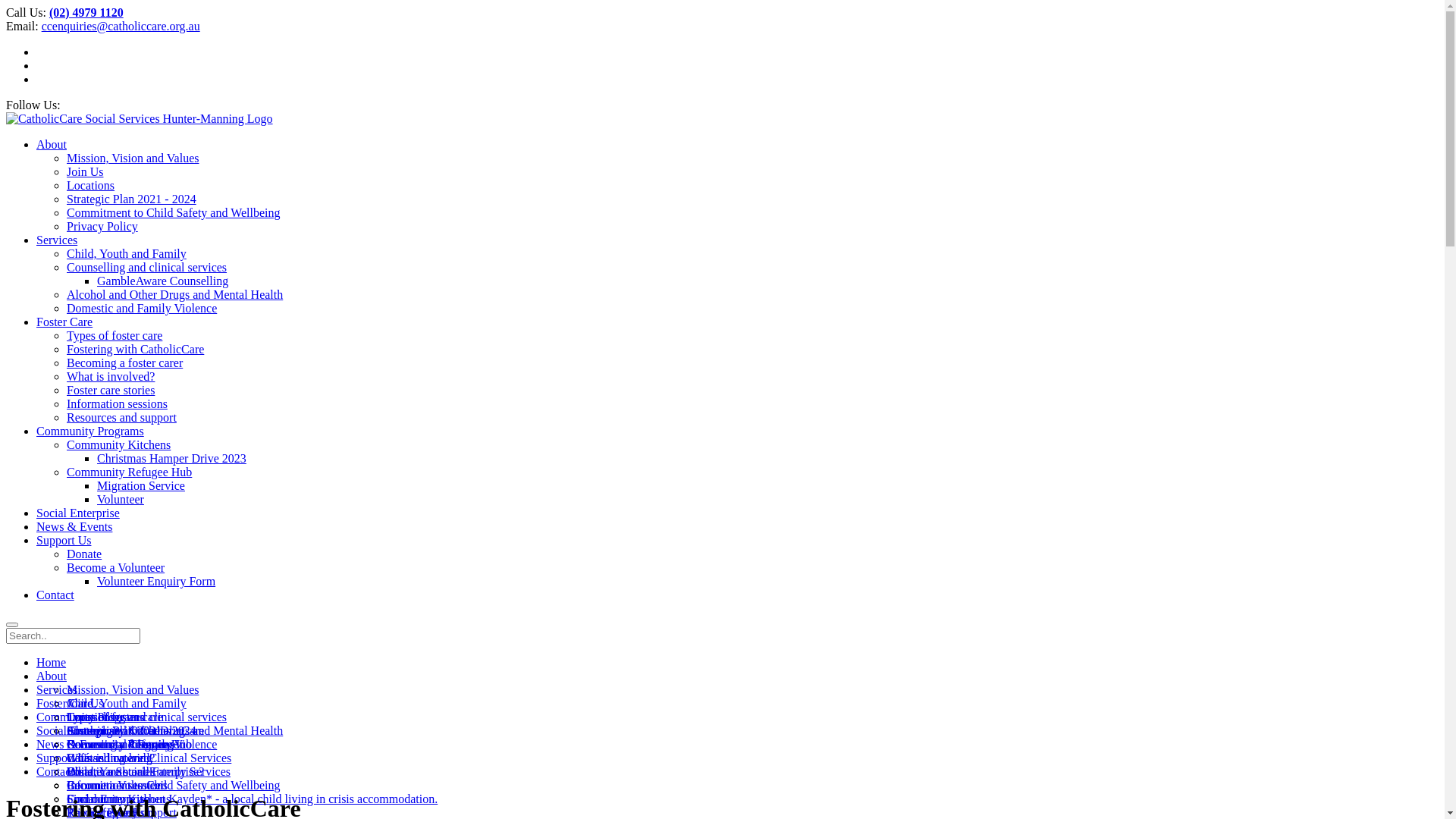 The image size is (1456, 819). Describe the element at coordinates (142, 743) in the screenshot. I see `'Domestic and Family Violence'` at that location.